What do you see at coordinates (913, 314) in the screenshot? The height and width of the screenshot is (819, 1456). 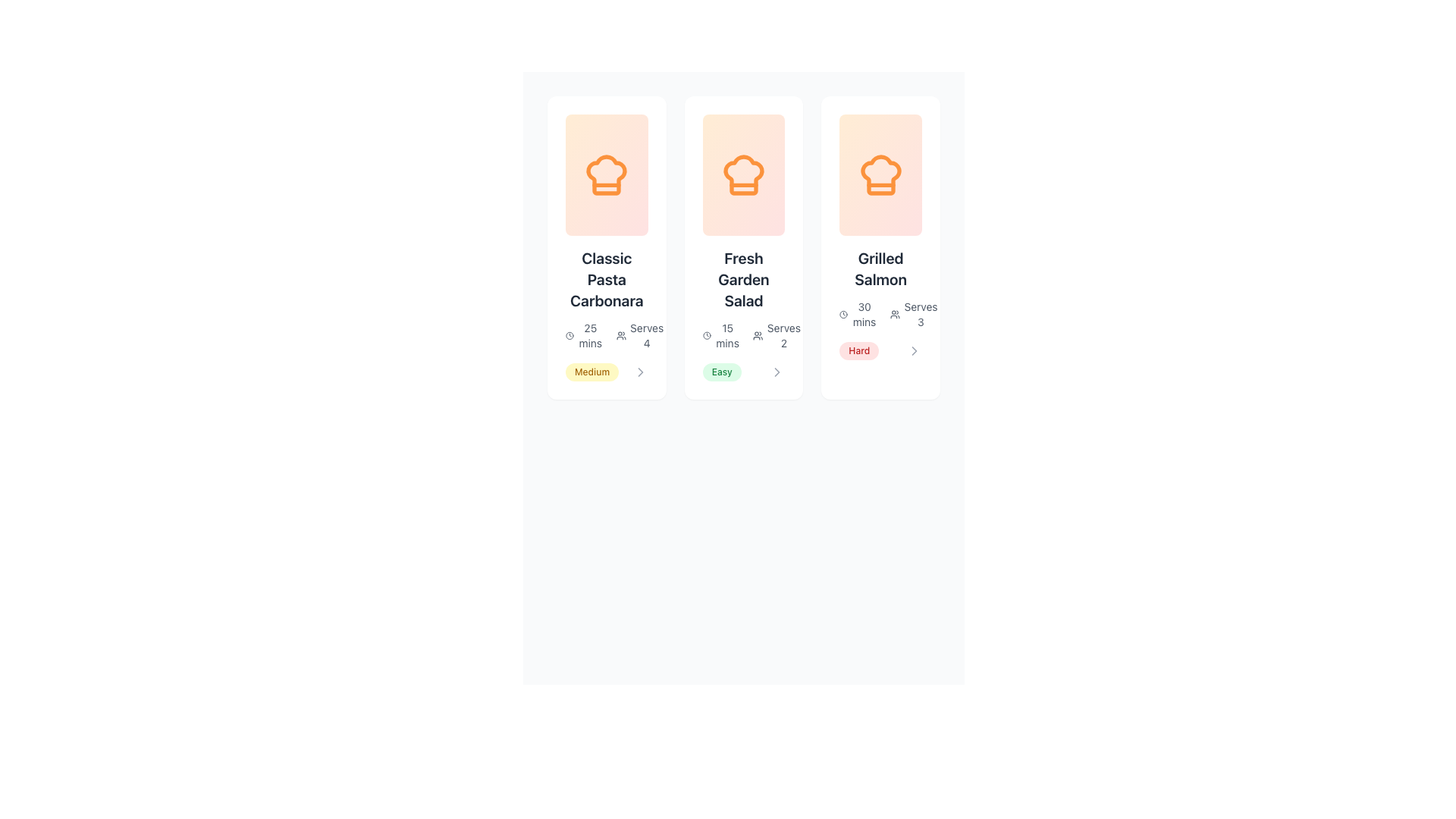 I see `the informational text element displaying 'Serves 3' with a group of people icon, located at the bottom right of the 'Grilled Salmon' card` at bounding box center [913, 314].